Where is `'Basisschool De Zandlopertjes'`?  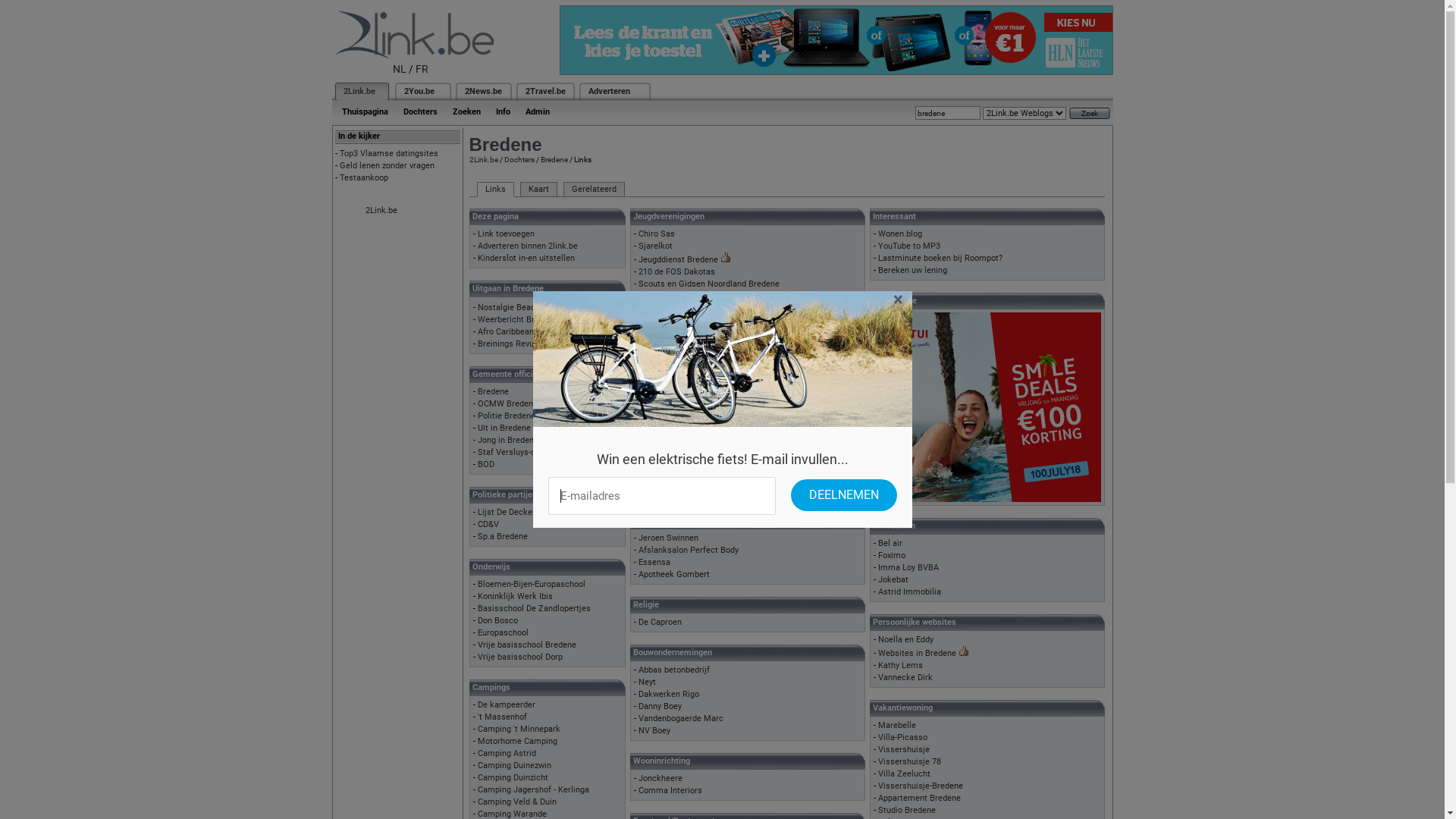
'Basisschool De Zandlopertjes' is located at coordinates (476, 607).